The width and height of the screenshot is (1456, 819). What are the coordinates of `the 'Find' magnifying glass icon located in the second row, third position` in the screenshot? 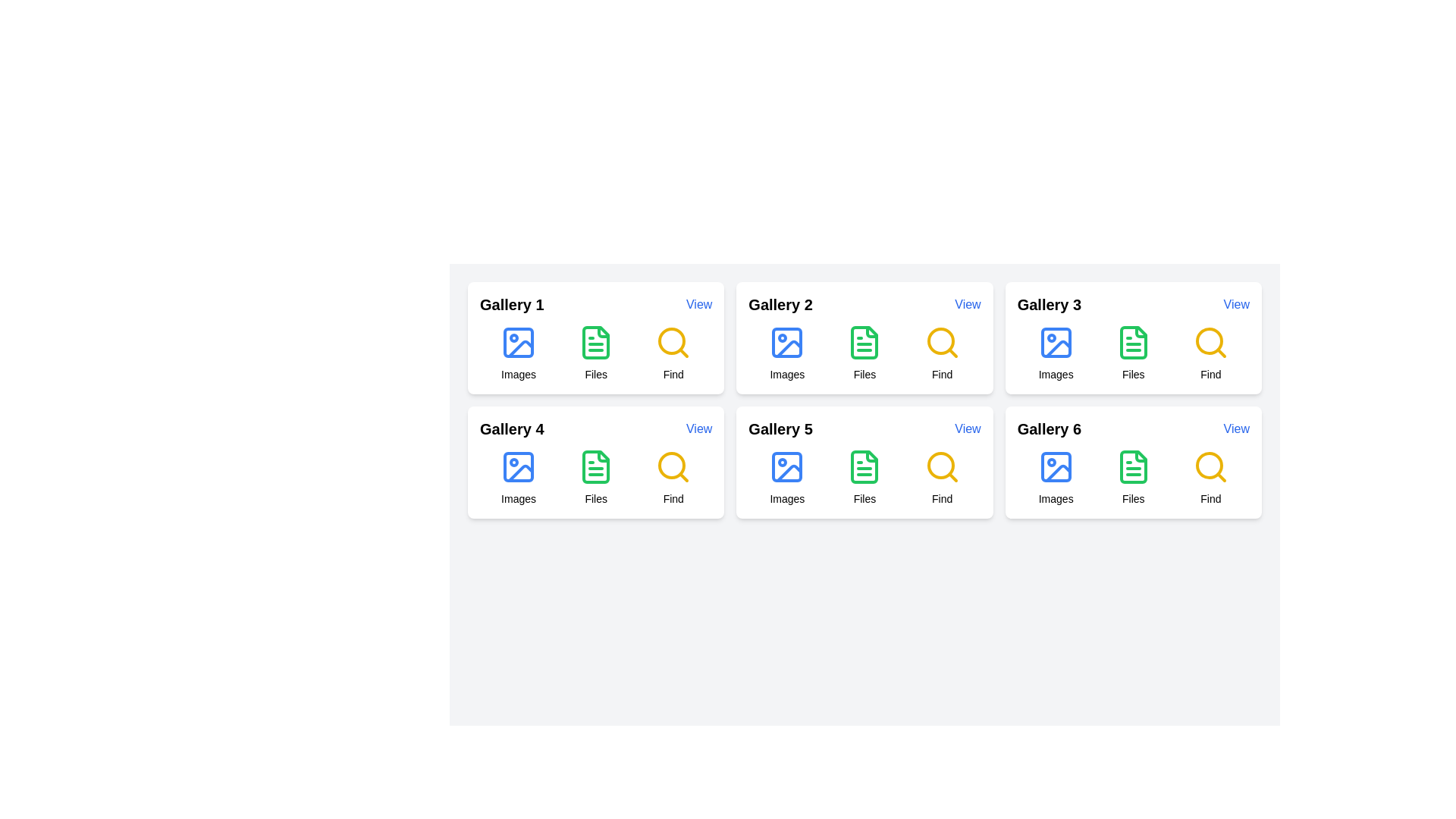 It's located at (941, 342).